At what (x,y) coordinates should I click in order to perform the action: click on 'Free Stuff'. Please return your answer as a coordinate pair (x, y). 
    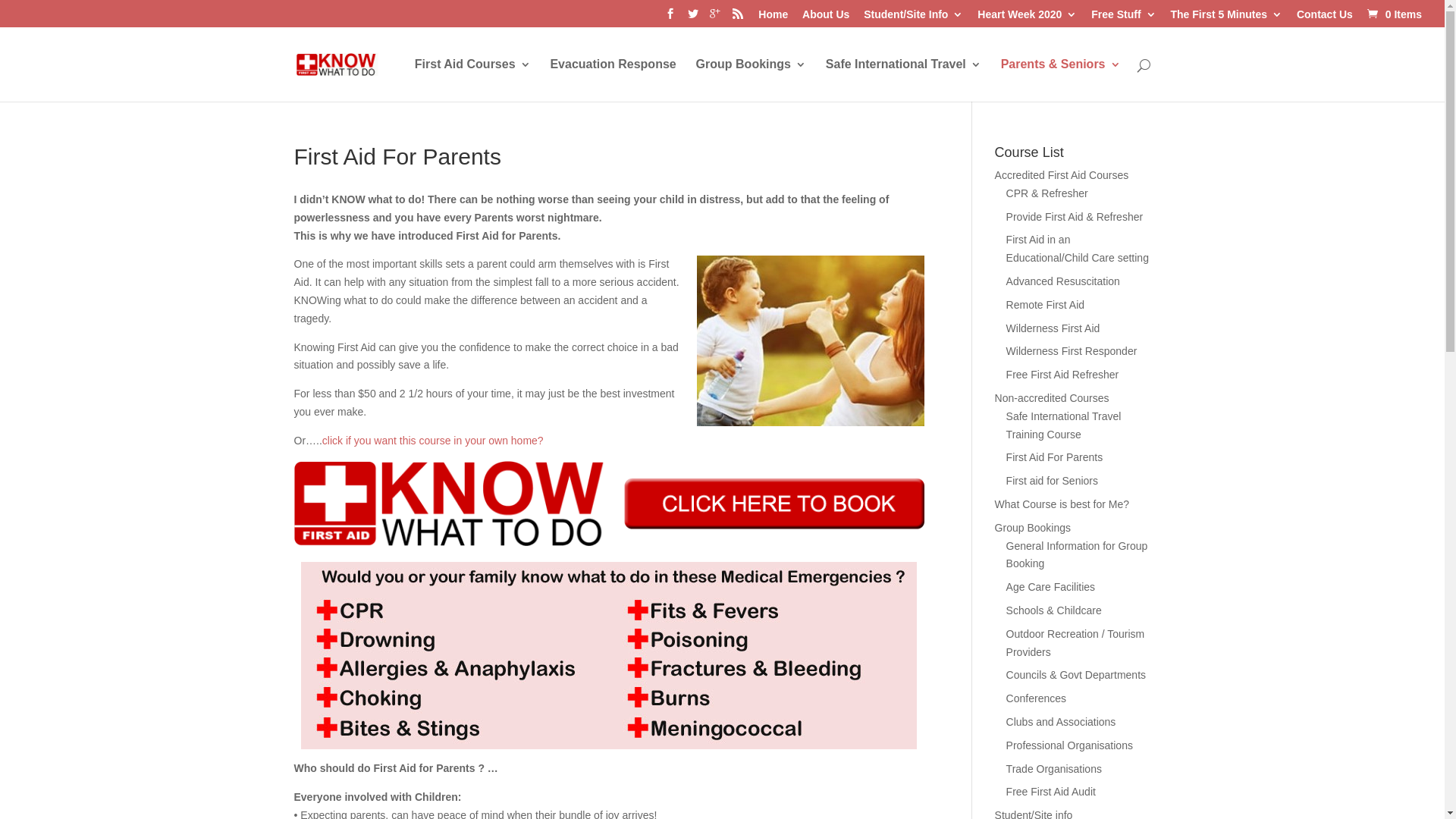
    Looking at the image, I should click on (1090, 18).